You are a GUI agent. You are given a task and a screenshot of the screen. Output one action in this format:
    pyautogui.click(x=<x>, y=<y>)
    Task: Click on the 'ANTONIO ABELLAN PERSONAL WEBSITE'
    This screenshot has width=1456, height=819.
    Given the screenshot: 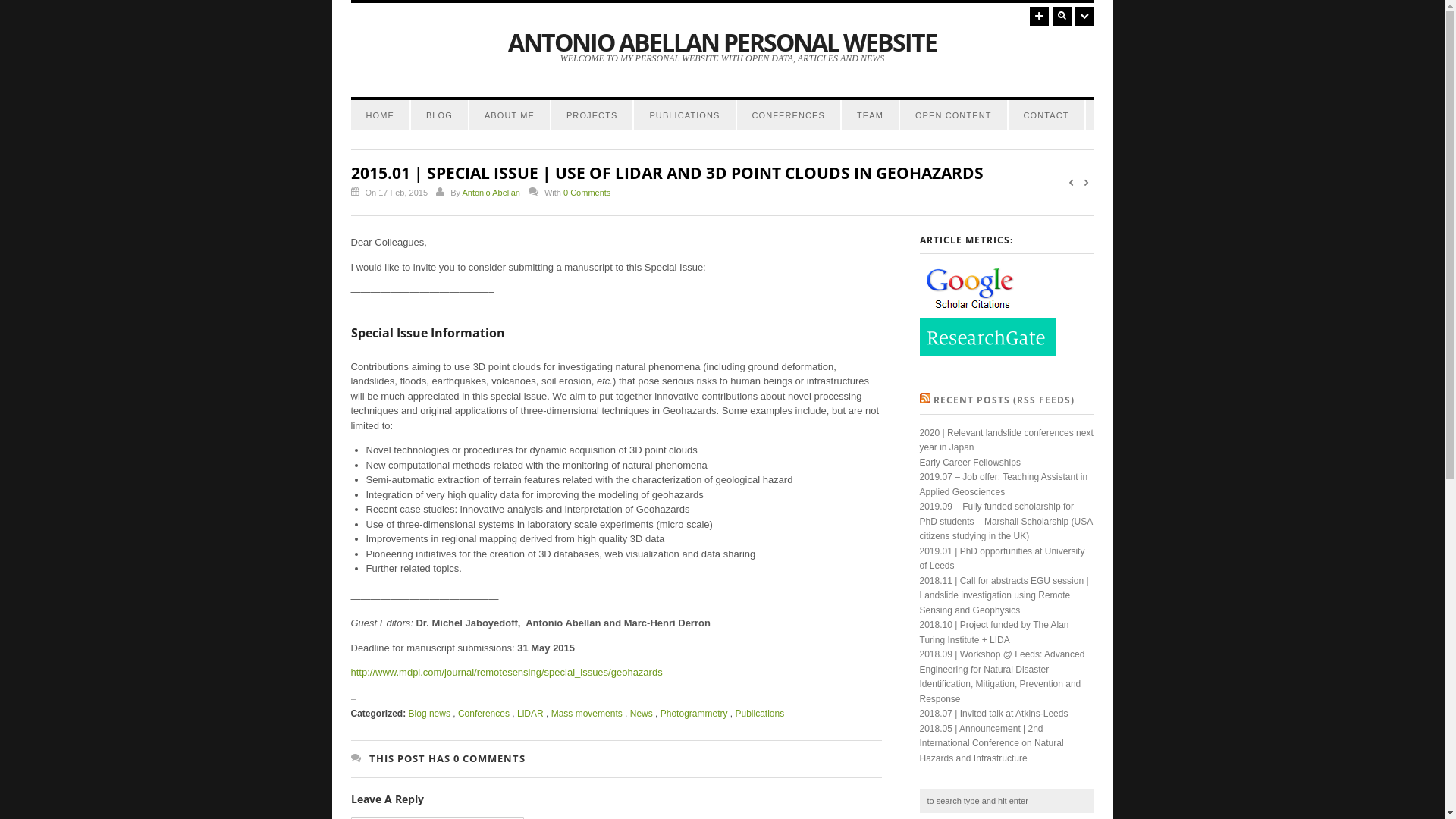 What is the action you would take?
    pyautogui.click(x=721, y=41)
    